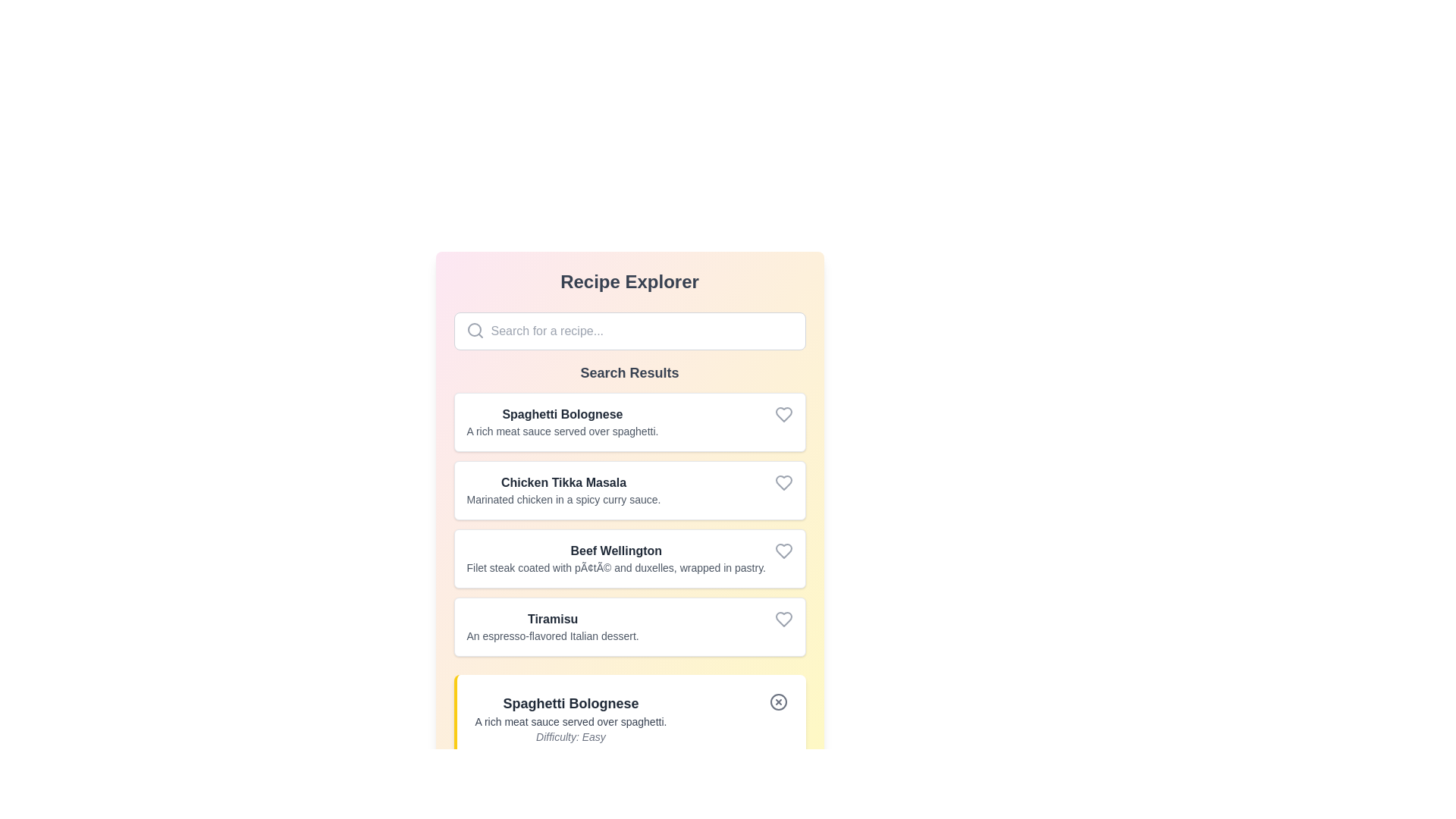 The height and width of the screenshot is (819, 1456). What do you see at coordinates (783, 620) in the screenshot?
I see `the heart-shaped icon button, which is the fourth in sequence next to the 'Tiramisu' item in the Search Results section` at bounding box center [783, 620].